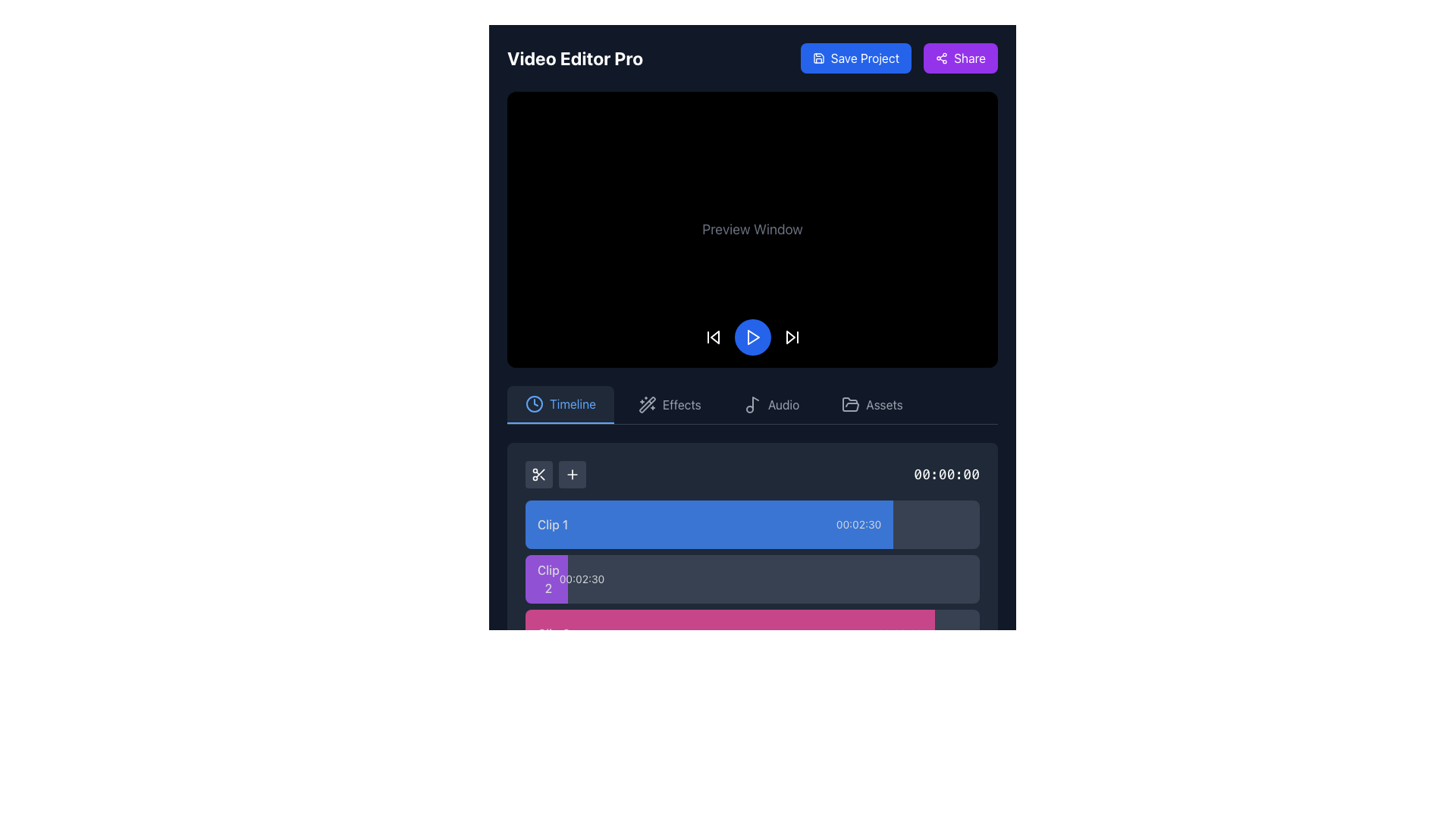 This screenshot has width=1456, height=819. I want to click on the Timeline Clip Bar located in the bottom-most timeline slot, so click(730, 633).